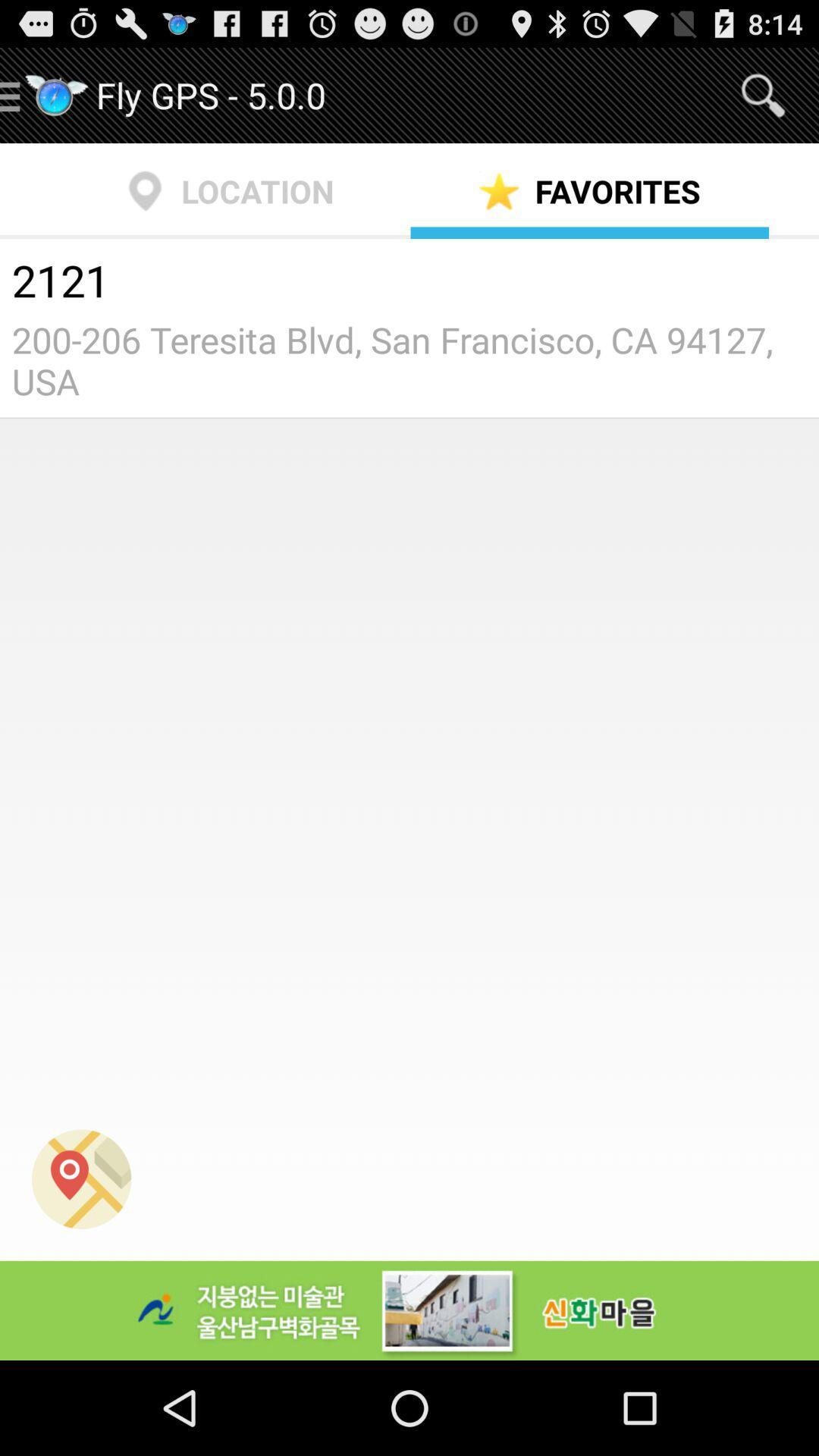 This screenshot has height=1456, width=819. Describe the element at coordinates (409, 283) in the screenshot. I see `item above the 200 206 teresita item` at that location.